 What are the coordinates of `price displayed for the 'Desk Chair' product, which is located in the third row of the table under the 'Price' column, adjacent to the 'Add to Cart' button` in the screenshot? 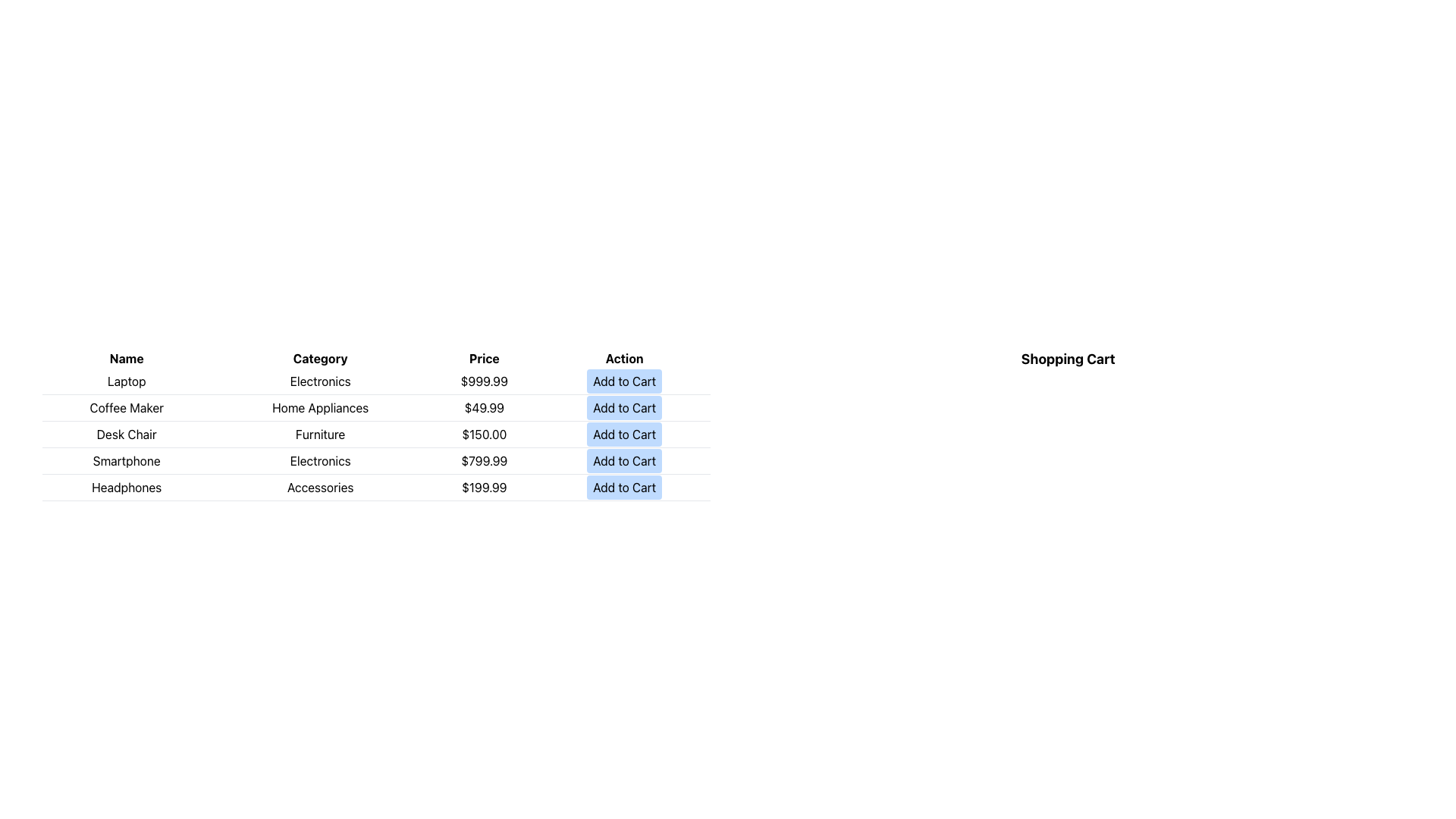 It's located at (483, 435).